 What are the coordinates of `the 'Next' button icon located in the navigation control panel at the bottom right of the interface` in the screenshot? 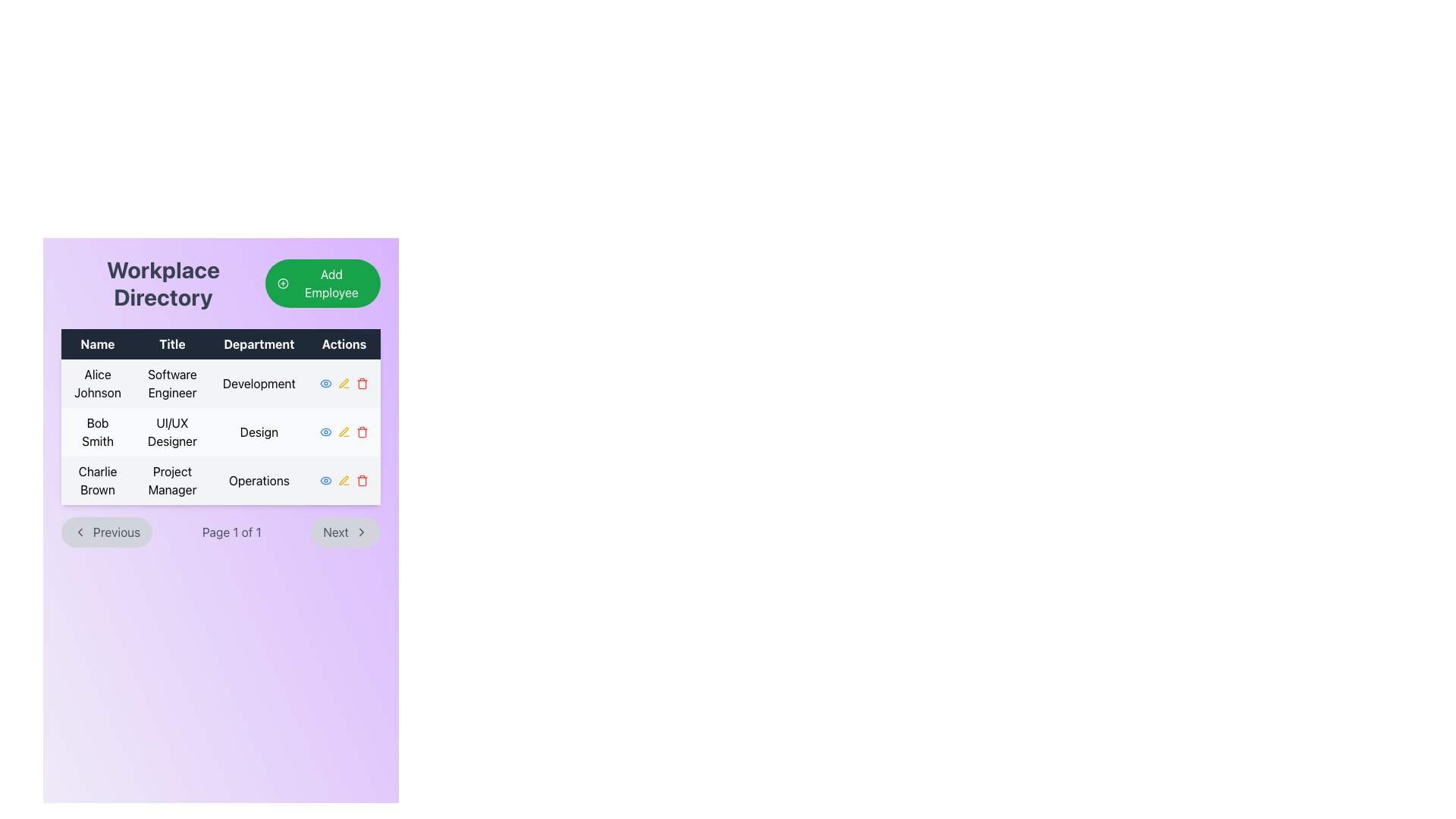 It's located at (360, 532).